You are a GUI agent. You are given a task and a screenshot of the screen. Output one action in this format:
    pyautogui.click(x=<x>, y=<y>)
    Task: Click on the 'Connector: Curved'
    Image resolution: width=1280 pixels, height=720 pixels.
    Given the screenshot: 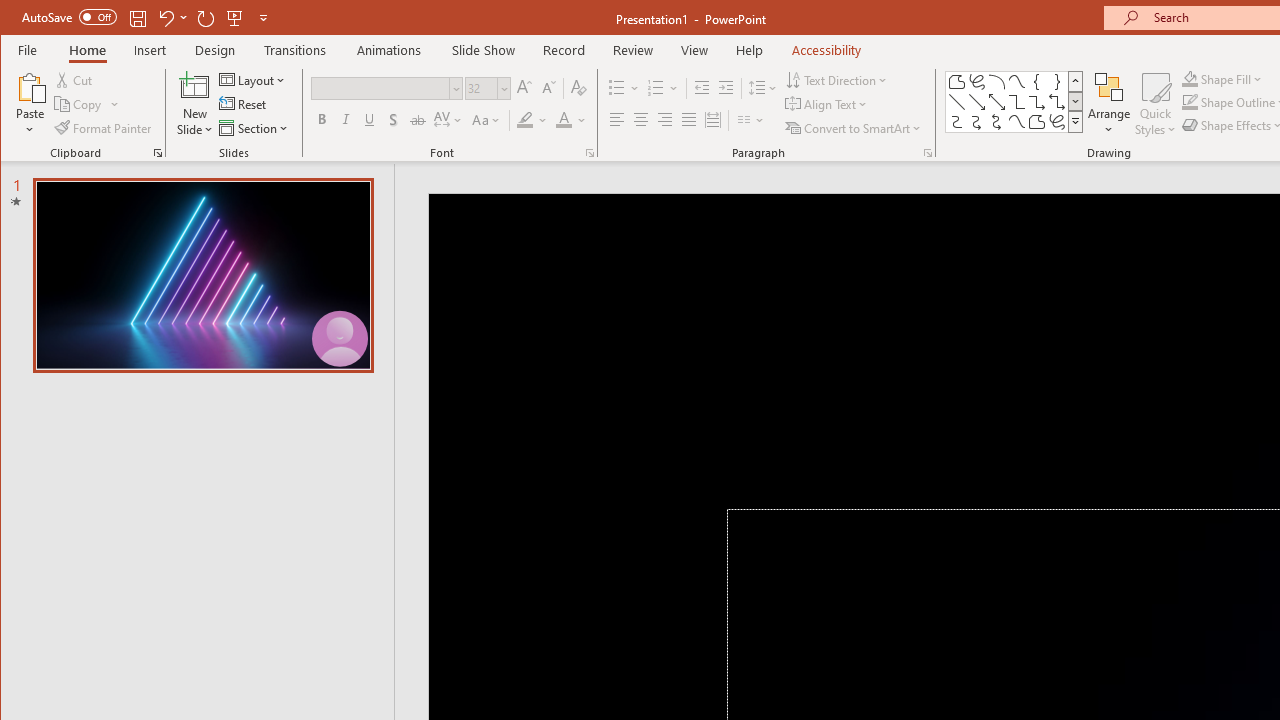 What is the action you would take?
    pyautogui.click(x=955, y=122)
    